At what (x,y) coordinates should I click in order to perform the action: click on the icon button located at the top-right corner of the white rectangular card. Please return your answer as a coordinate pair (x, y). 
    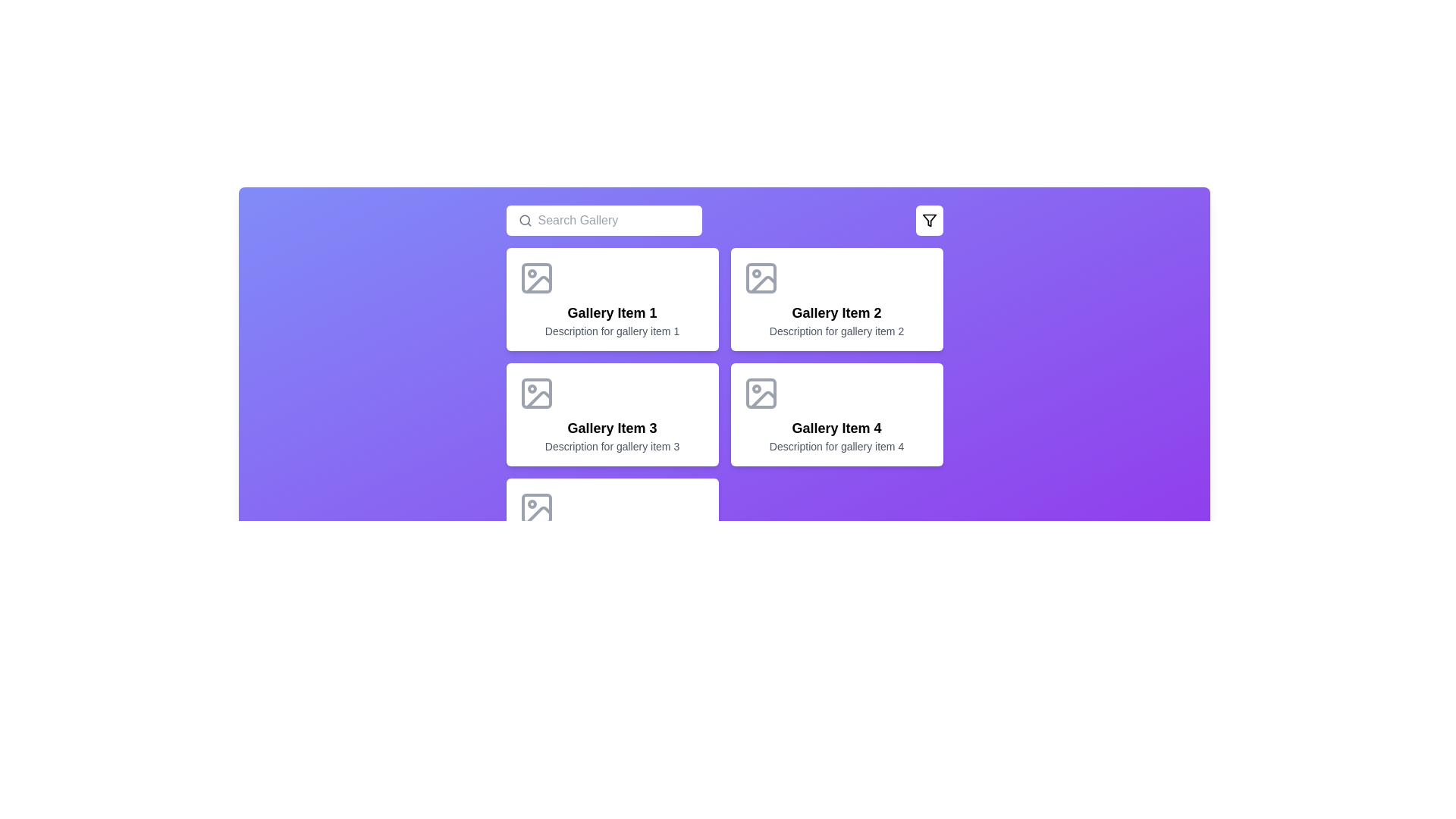
    Looking at the image, I should click on (928, 220).